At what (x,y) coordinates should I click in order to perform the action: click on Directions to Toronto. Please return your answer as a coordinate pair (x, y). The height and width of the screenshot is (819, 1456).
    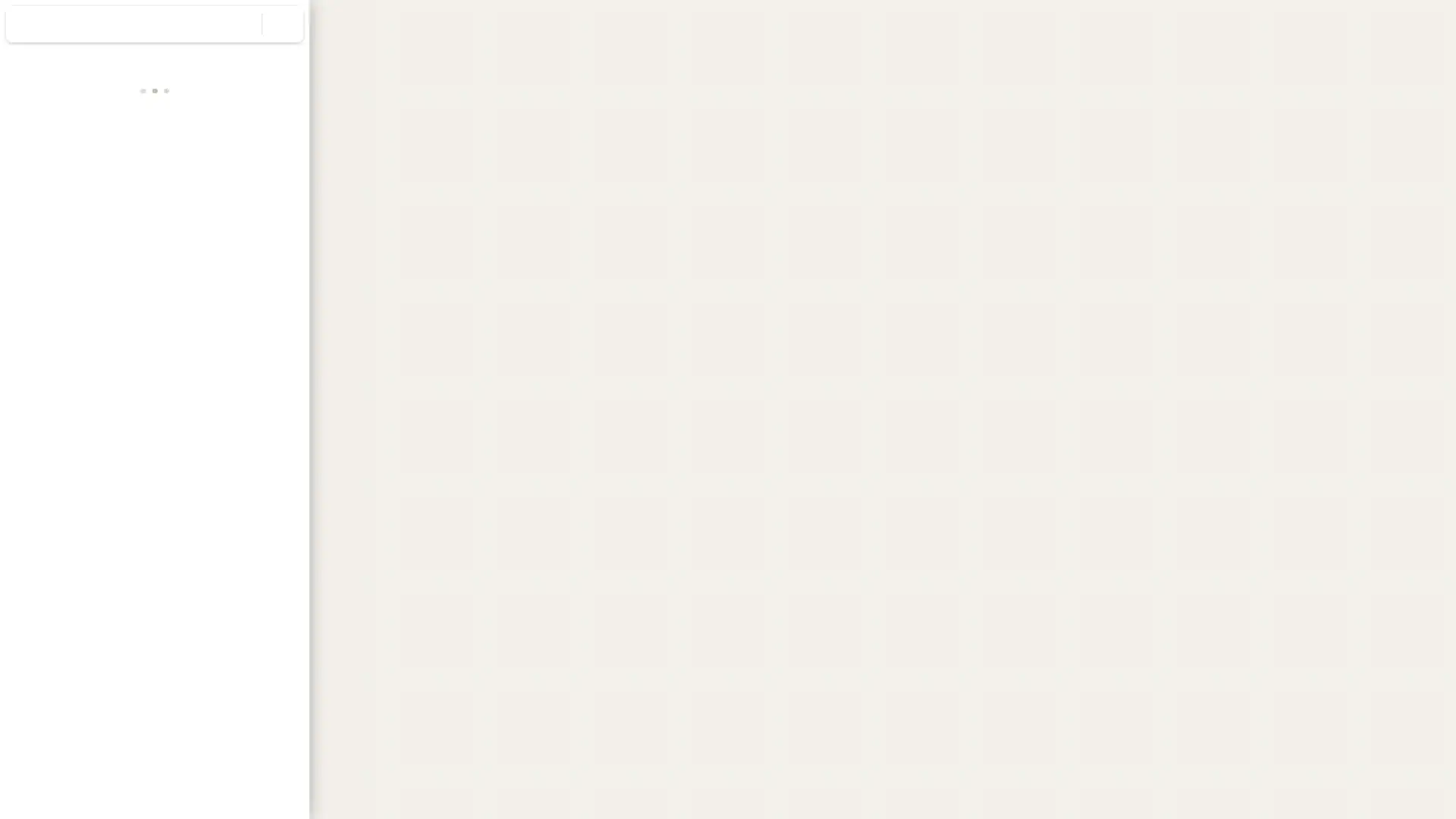
    Looking at the image, I should click on (43, 289).